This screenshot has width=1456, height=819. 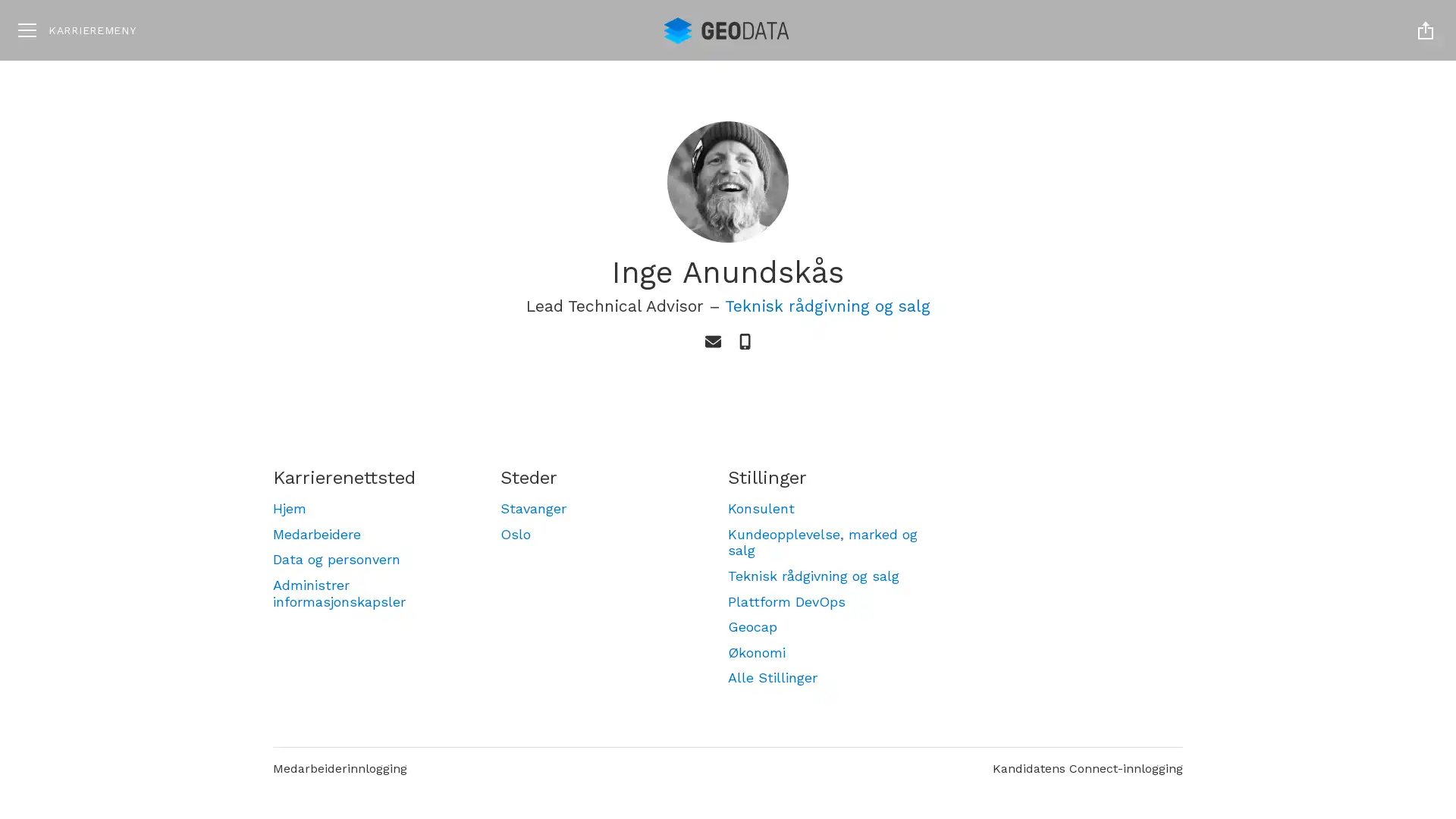 I want to click on Preferanser for informasjonskapsler, so click(x=1282, y=736).